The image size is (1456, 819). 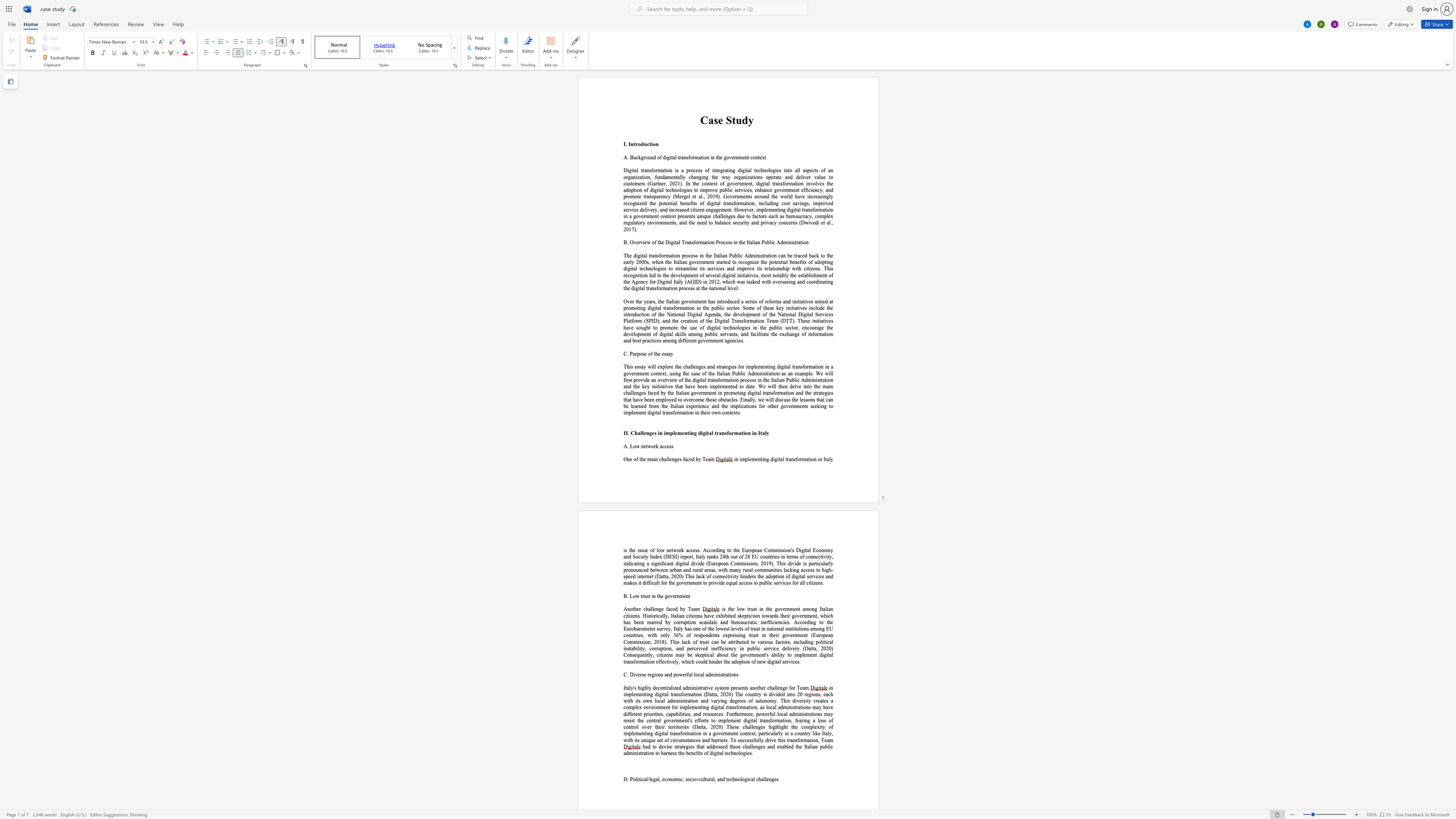 I want to click on the 3th character "n" in the text, so click(x=687, y=596).